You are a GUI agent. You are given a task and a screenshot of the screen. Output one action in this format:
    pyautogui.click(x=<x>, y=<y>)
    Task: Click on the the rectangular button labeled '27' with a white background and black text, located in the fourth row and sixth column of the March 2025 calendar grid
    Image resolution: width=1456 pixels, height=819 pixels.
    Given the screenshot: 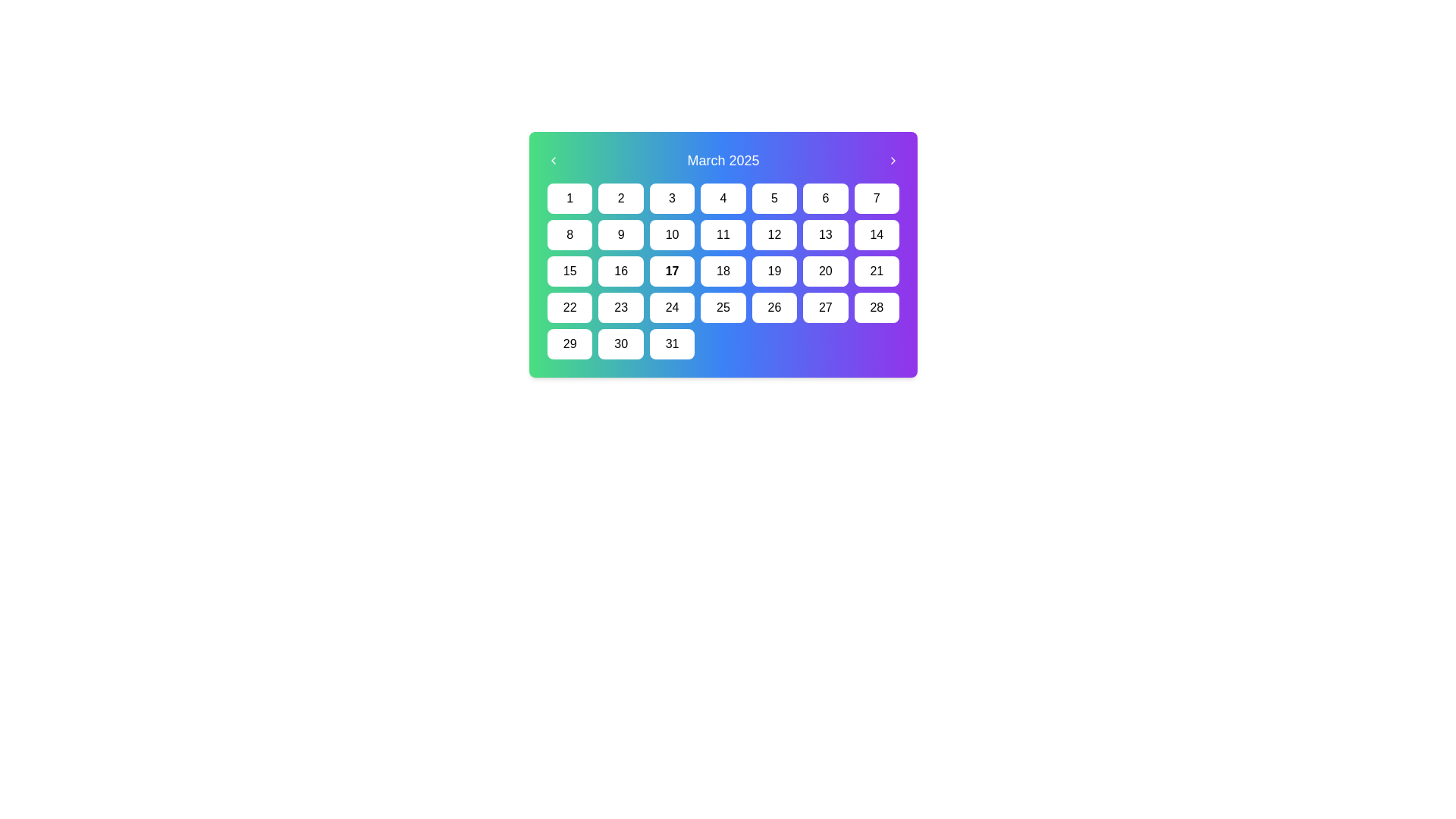 What is the action you would take?
    pyautogui.click(x=824, y=307)
    